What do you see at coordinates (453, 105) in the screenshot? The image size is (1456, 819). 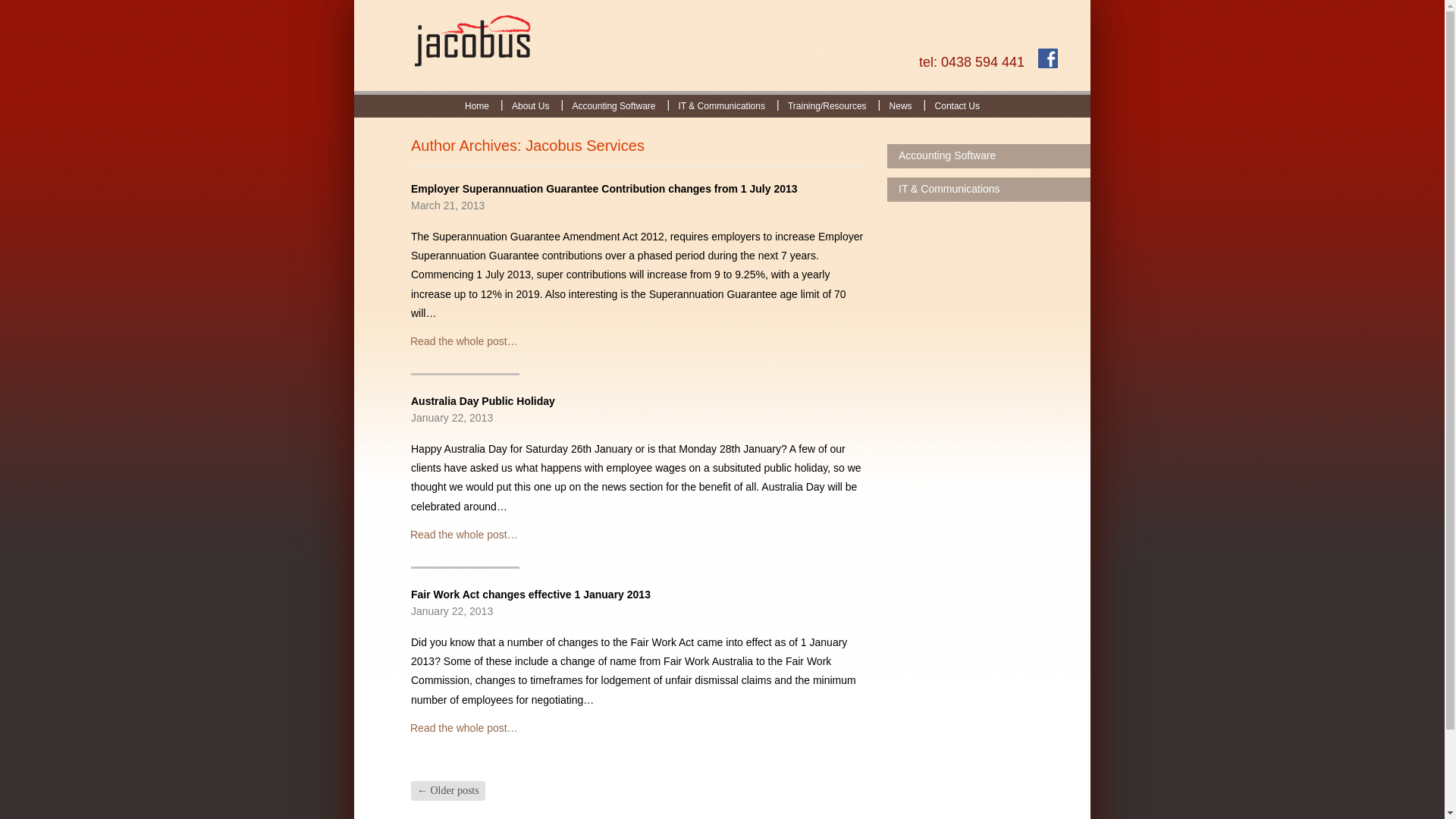 I see `'Home'` at bounding box center [453, 105].